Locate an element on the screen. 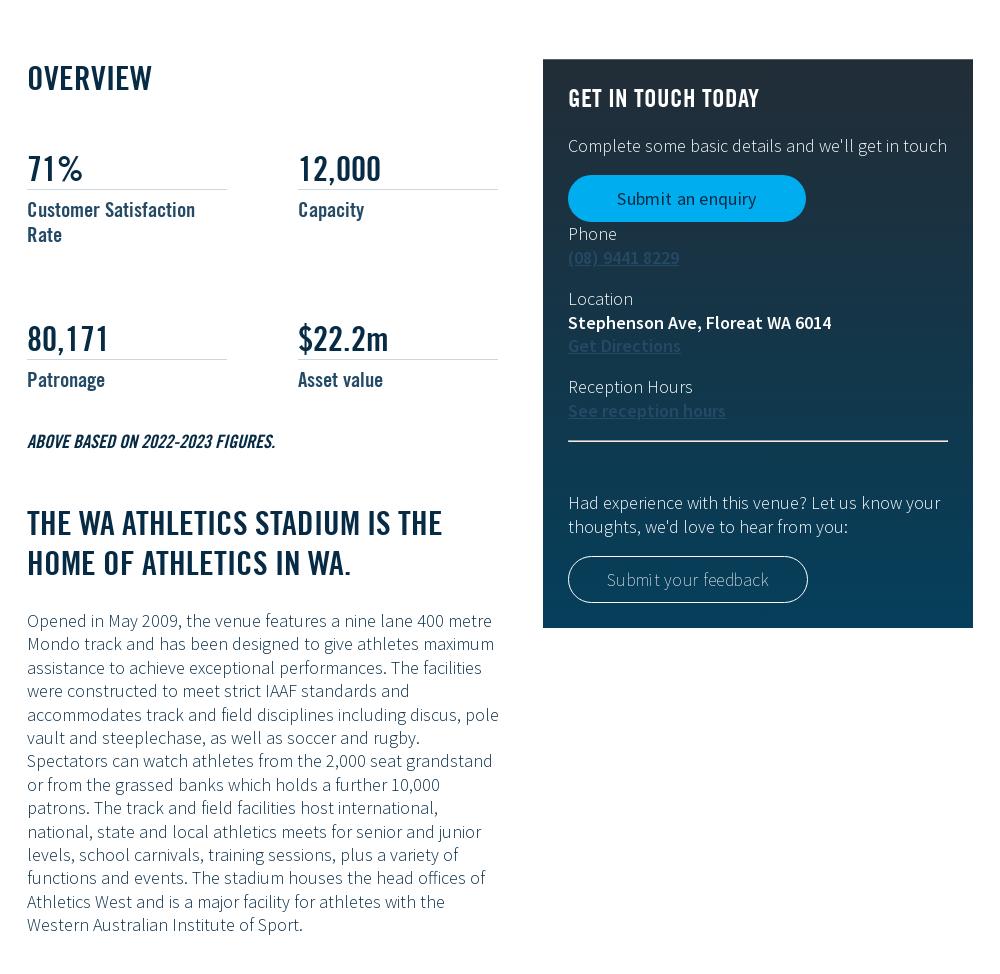 The height and width of the screenshot is (974, 1000). 'Above based on 2022-2023 figures.' is located at coordinates (27, 438).